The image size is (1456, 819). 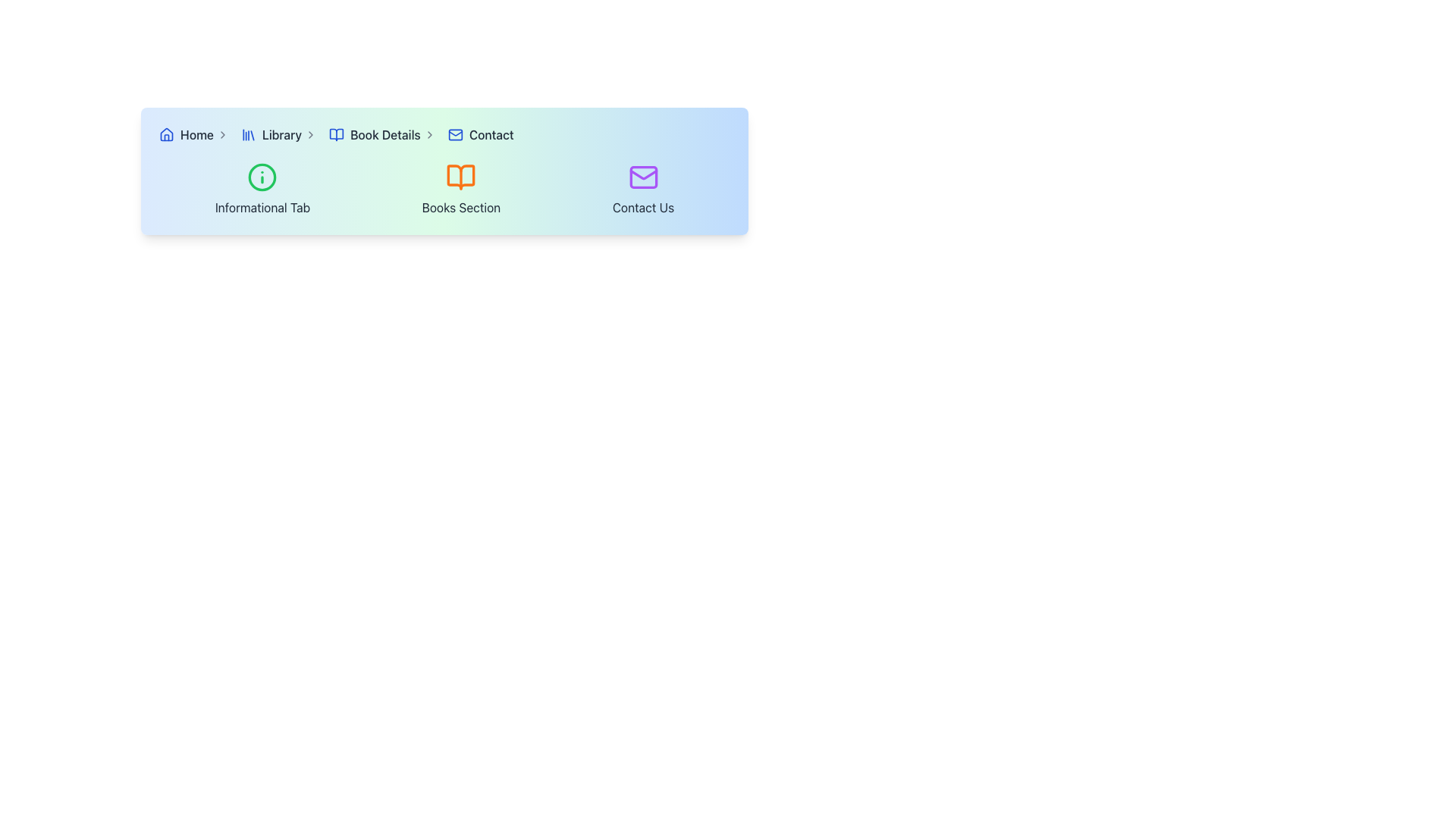 I want to click on the 'Library' navigation link located in the horizontal navigation bar, so click(x=280, y=133).